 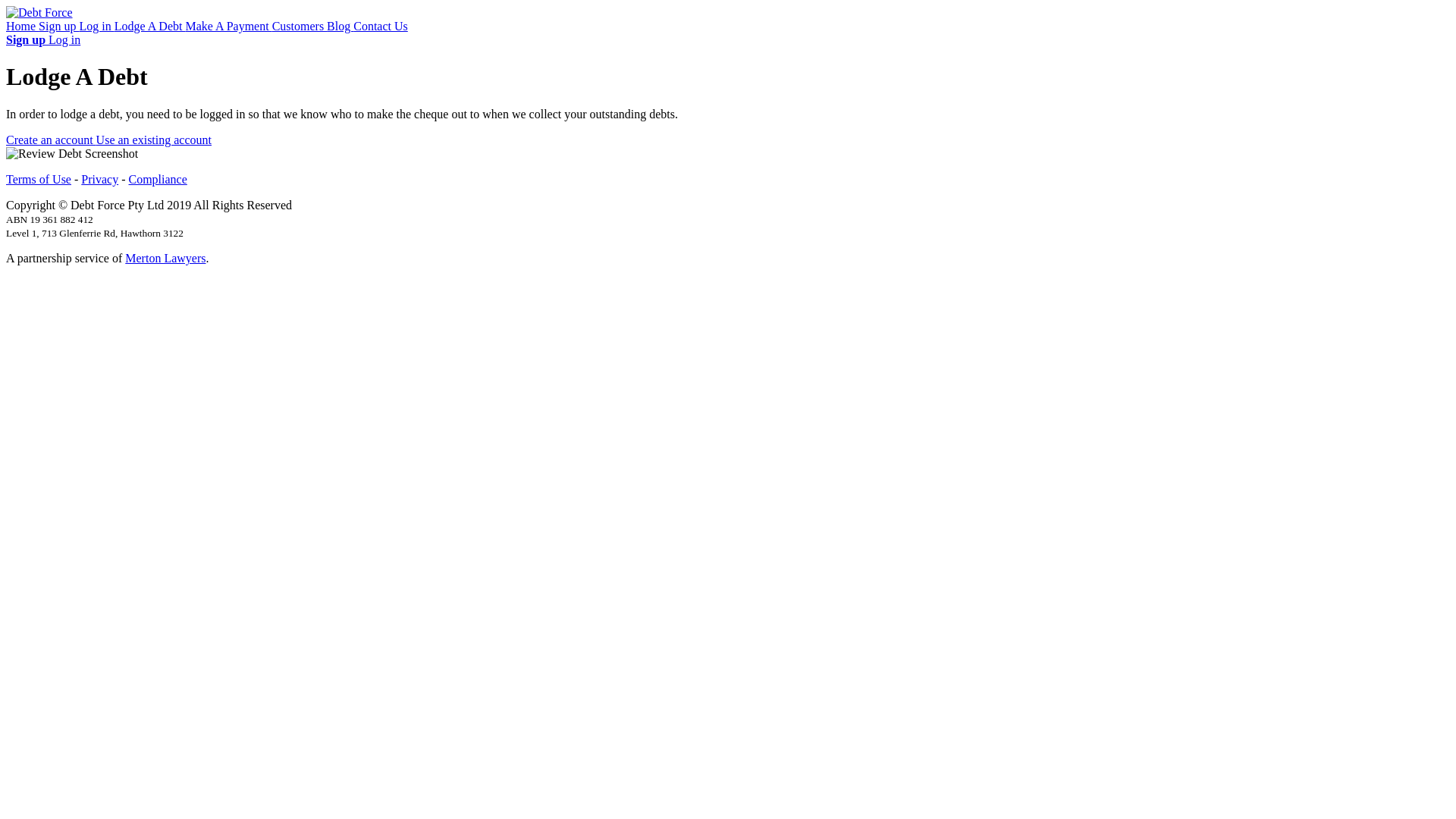 I want to click on 'Sign up', so click(x=58, y=26).